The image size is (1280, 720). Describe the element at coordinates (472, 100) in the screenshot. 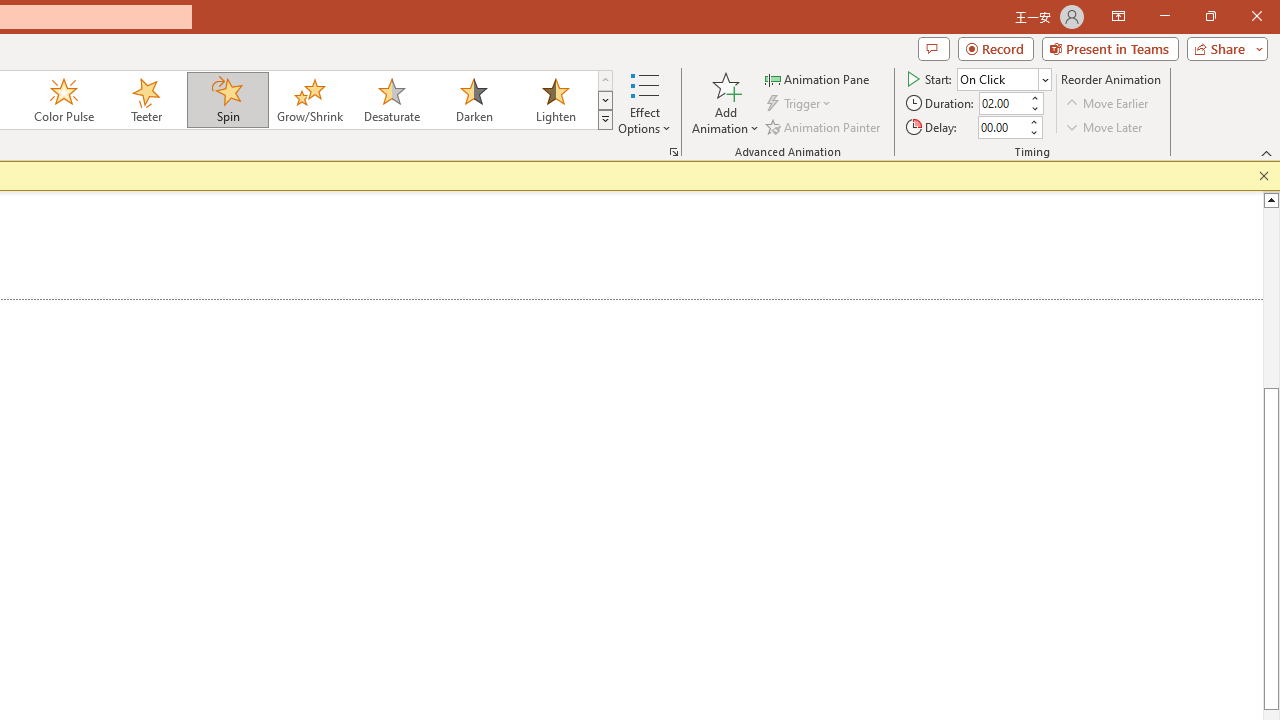

I see `'Darken'` at that location.